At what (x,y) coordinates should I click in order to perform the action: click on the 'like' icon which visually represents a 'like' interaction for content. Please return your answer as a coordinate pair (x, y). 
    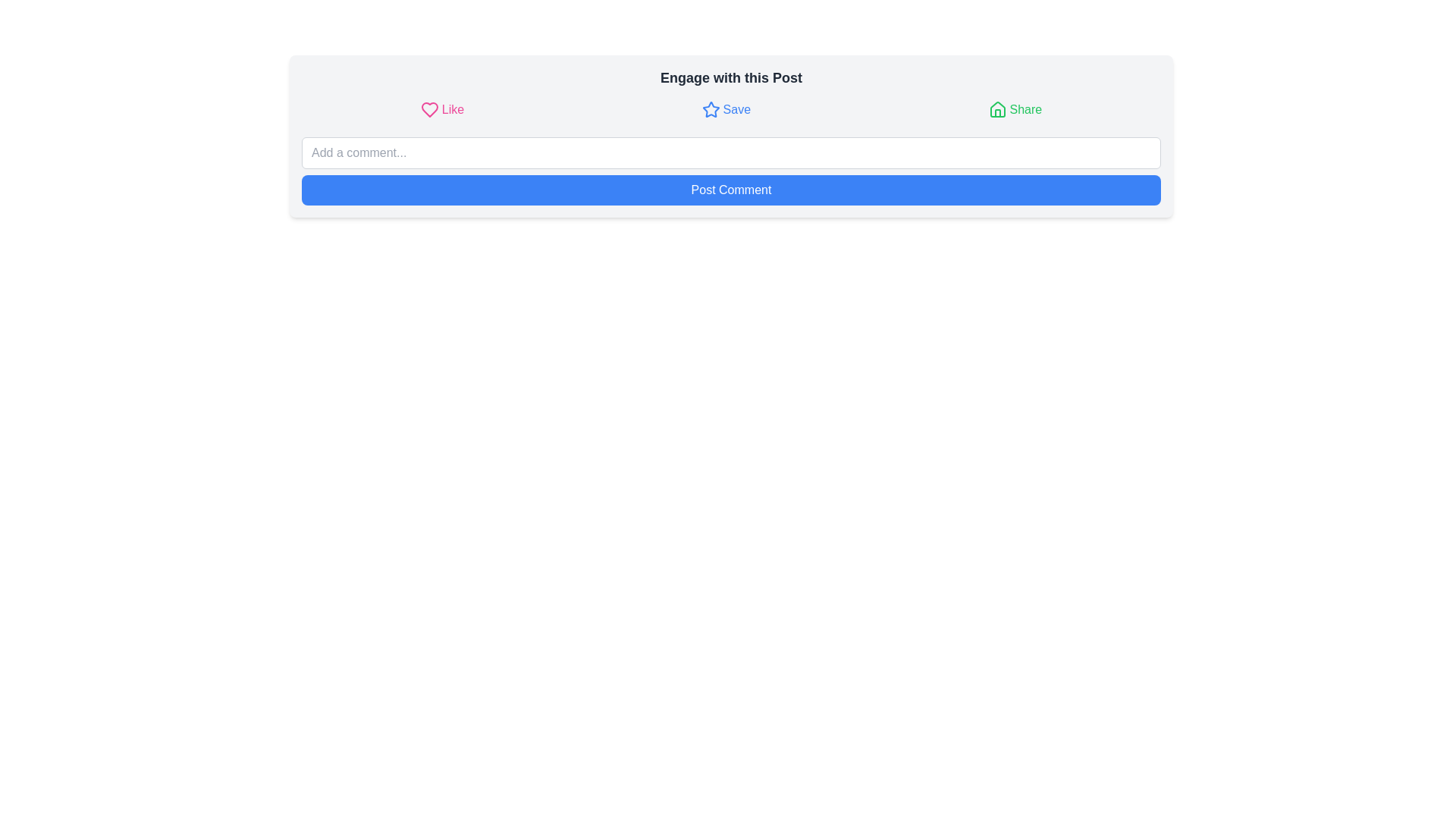
    Looking at the image, I should click on (428, 109).